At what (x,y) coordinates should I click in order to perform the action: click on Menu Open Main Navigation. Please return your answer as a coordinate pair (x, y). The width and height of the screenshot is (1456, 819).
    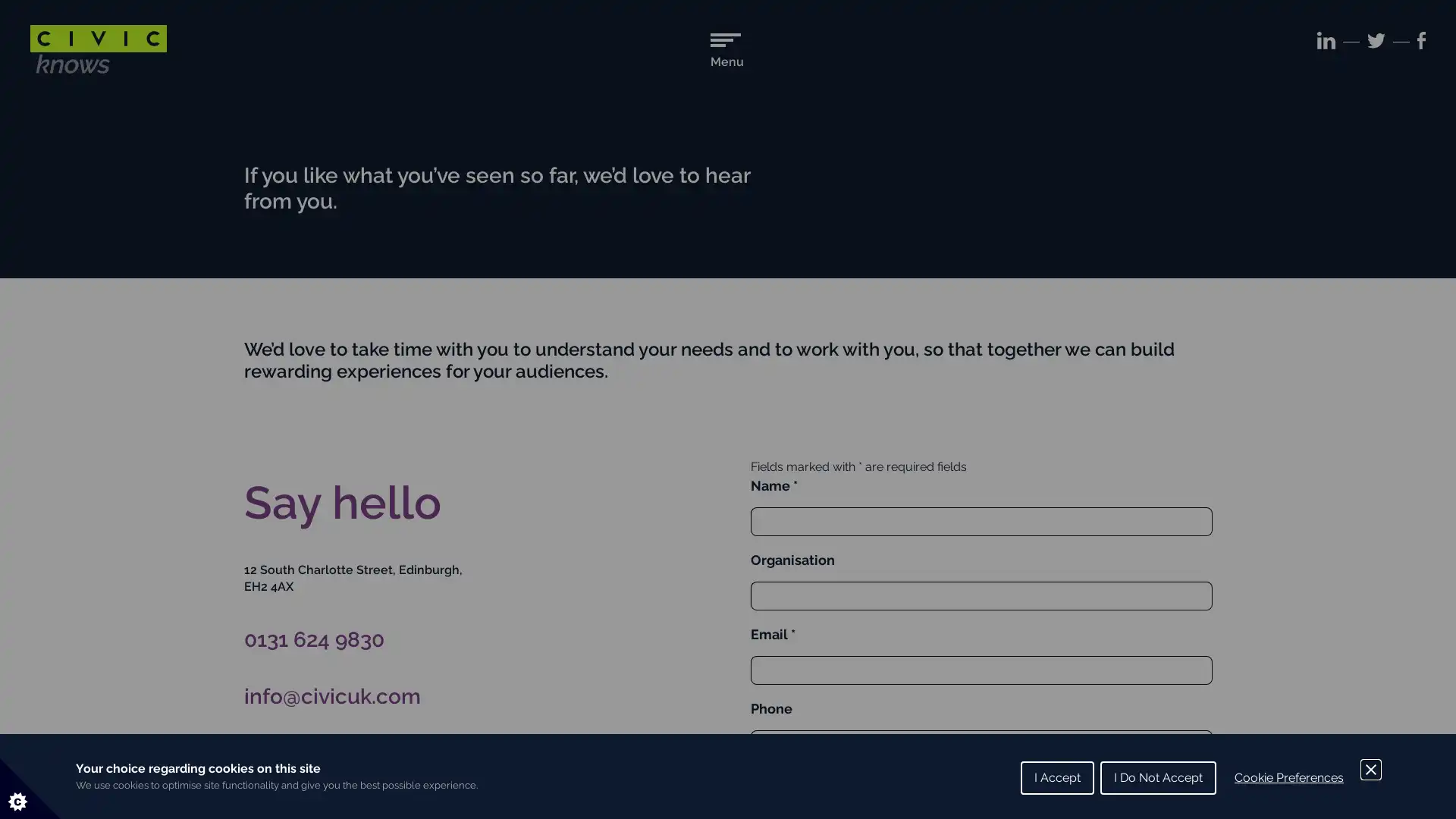
    Looking at the image, I should click on (726, 50).